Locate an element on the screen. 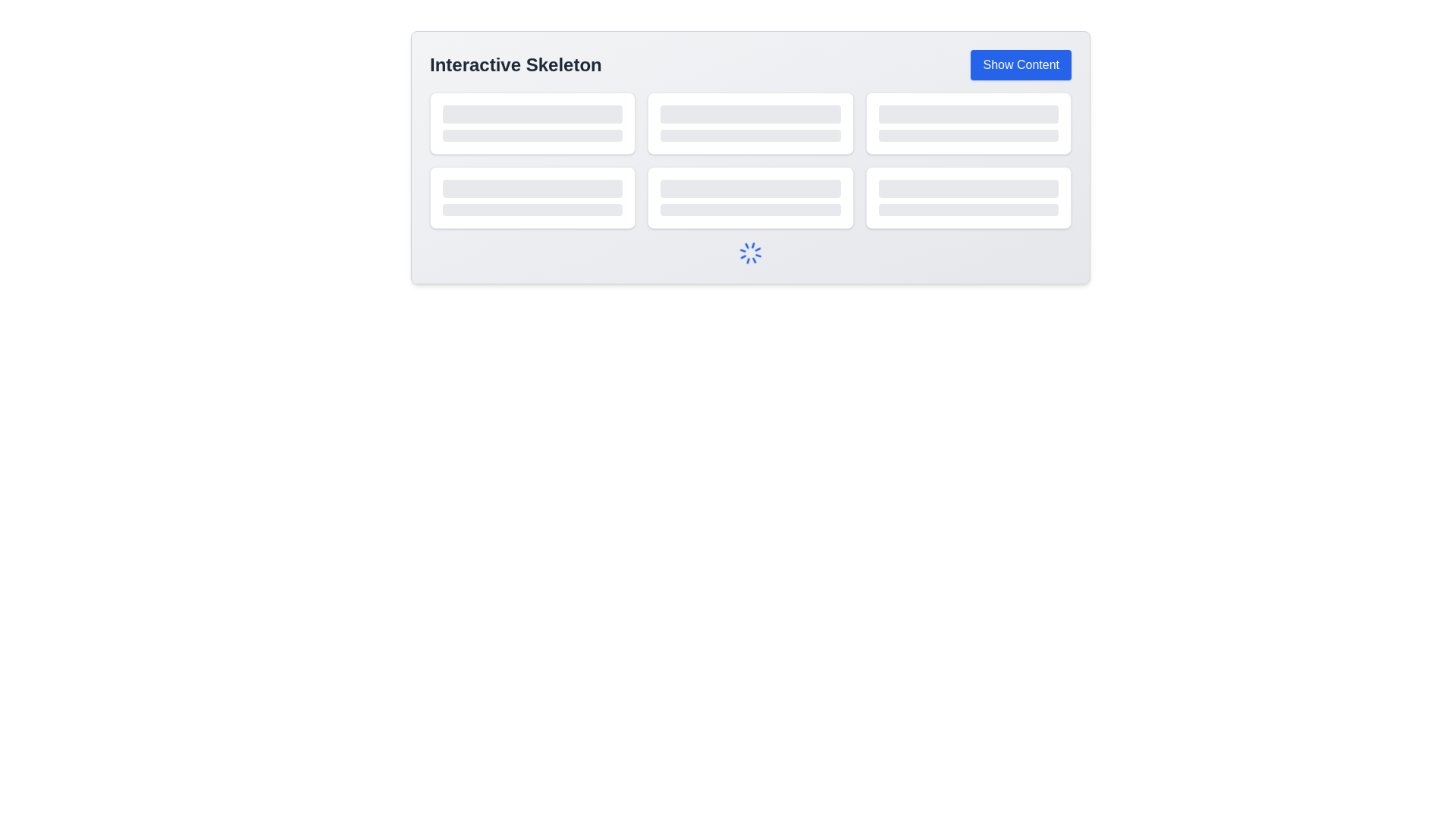 This screenshot has height=819, width=1456. the animated placeholder, which is a rectangular div with rounded corners and a pulse animation, located within a bordered card in the top-left section of a grid layout is located at coordinates (532, 122).